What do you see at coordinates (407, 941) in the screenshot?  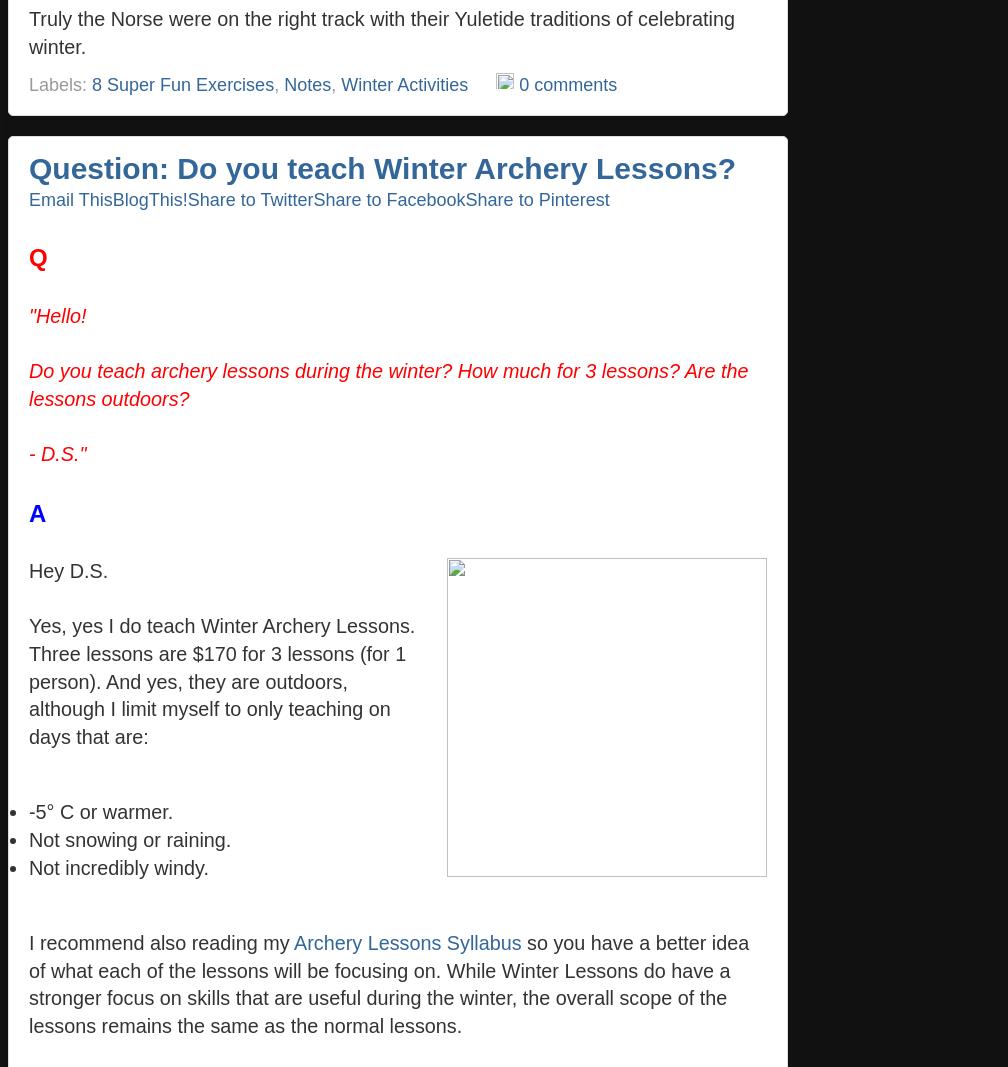 I see `'Archery Lessons Syllabus'` at bounding box center [407, 941].